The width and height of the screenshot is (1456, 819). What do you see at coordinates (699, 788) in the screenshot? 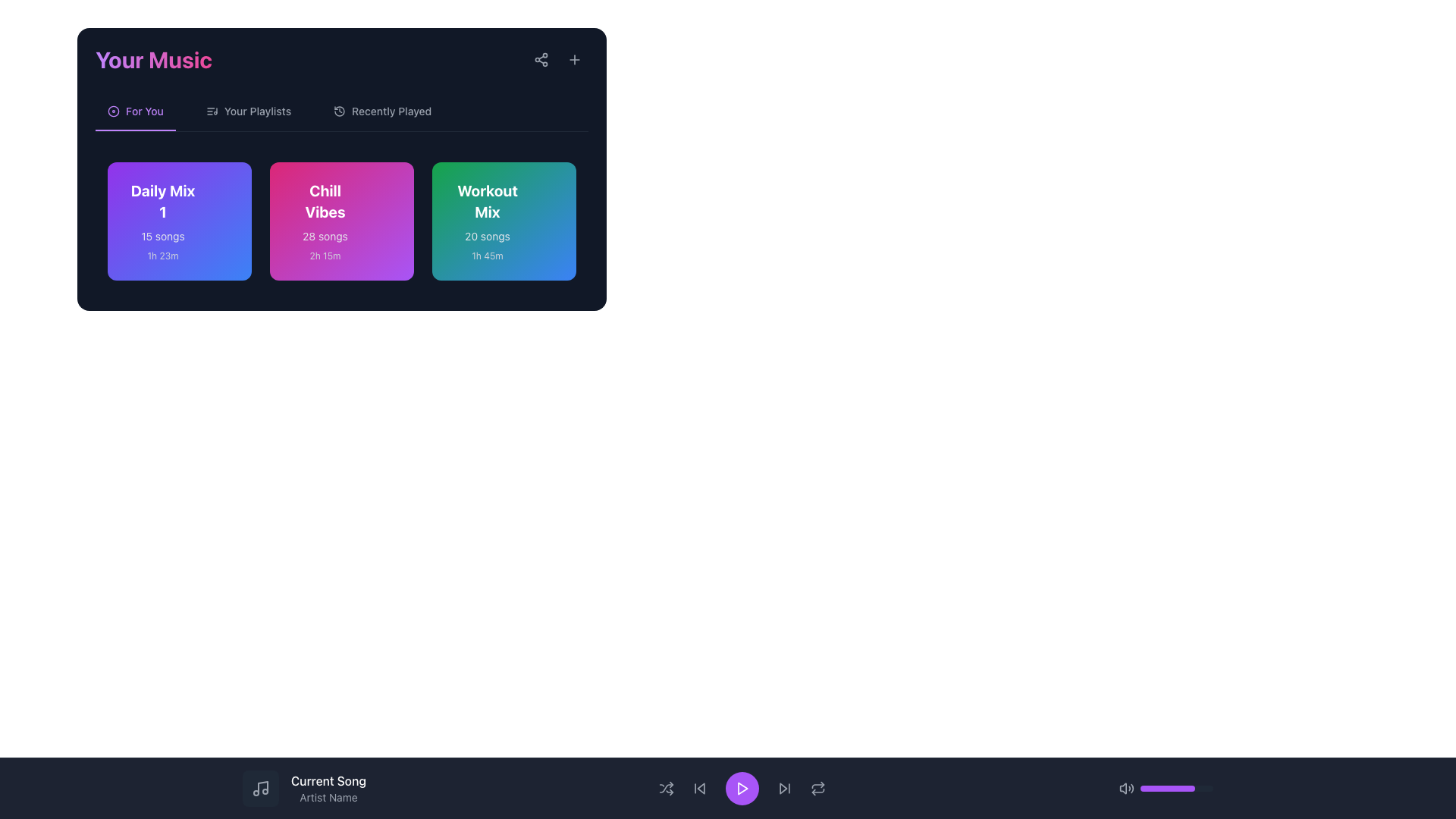
I see `the skip-backward control button, which has a triangular arrow pointing left and is located in the bottom playback controls bar, between the shuffle button and the play button` at bounding box center [699, 788].